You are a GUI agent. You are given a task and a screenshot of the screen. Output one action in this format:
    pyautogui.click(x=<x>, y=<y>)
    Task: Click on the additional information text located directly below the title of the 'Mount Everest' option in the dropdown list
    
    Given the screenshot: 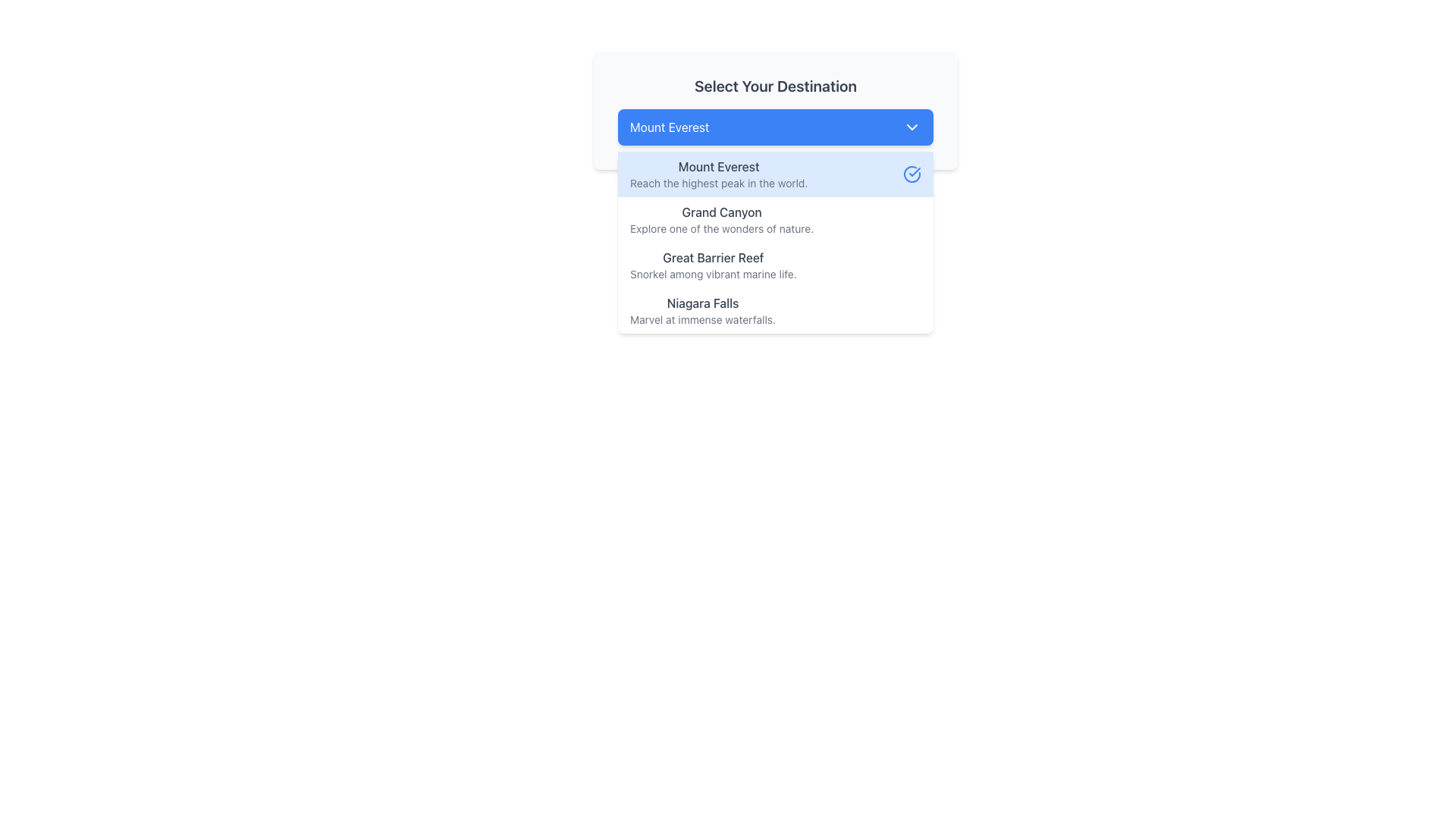 What is the action you would take?
    pyautogui.click(x=718, y=183)
    